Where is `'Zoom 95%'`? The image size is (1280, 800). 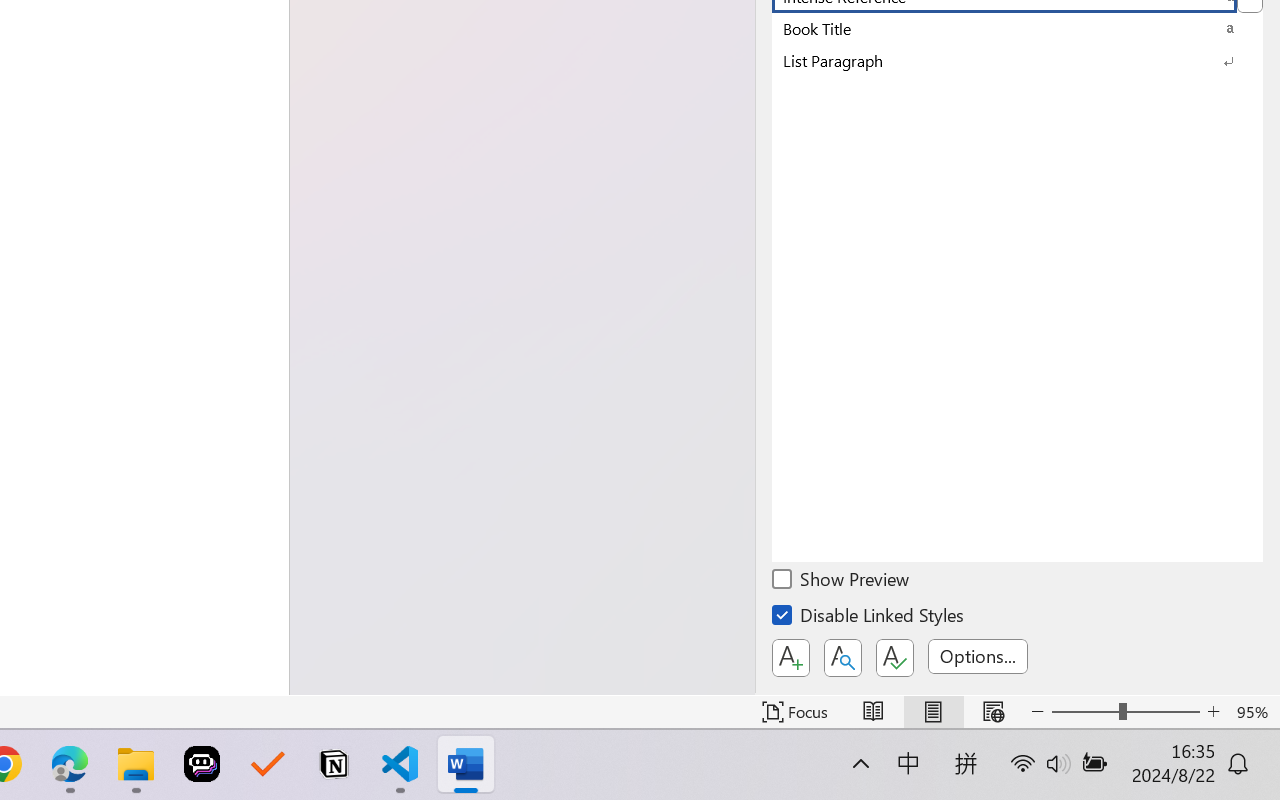 'Zoom 95%' is located at coordinates (1252, 711).